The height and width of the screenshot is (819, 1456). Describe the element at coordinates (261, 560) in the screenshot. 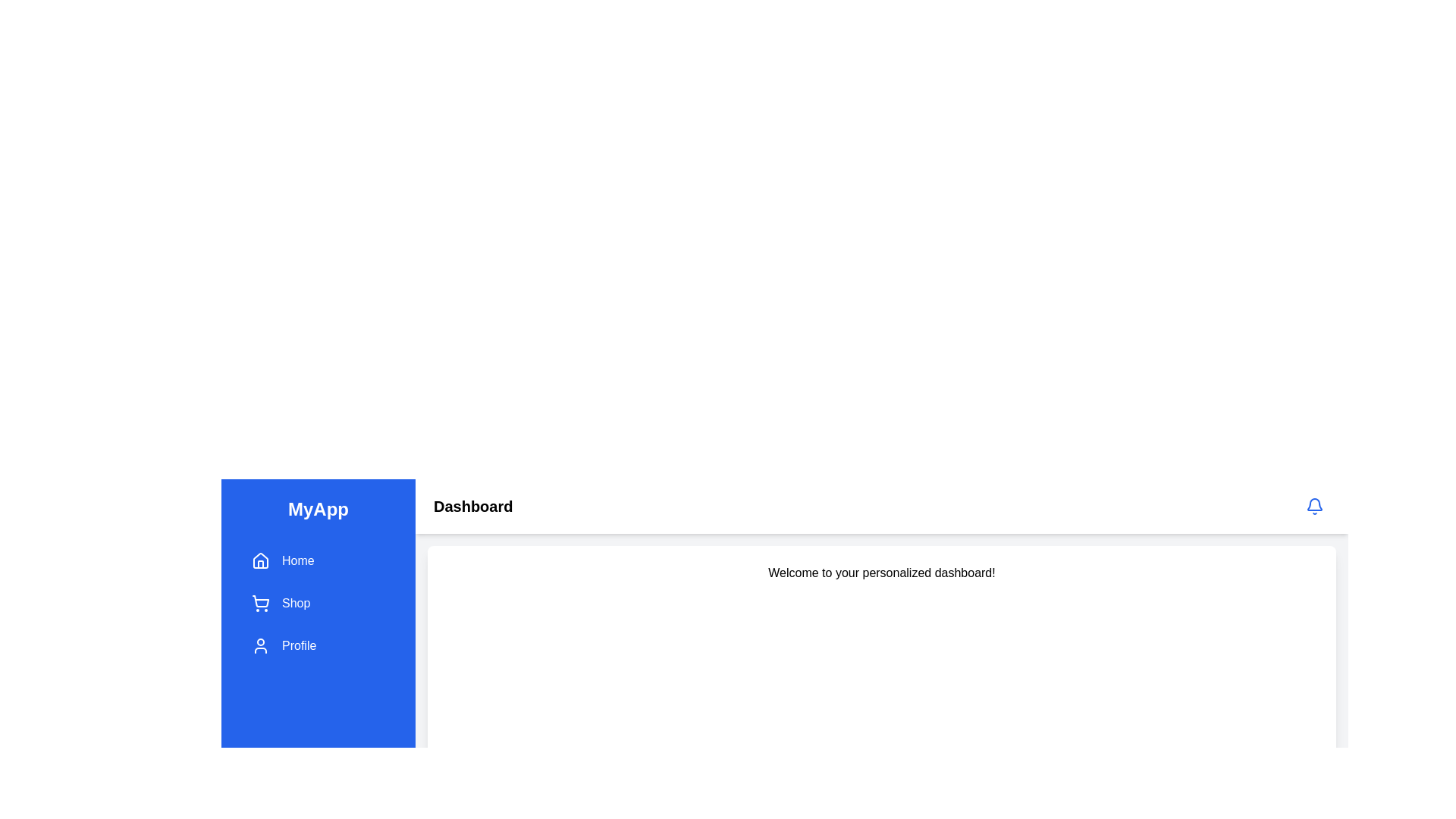

I see `the house icon located in the top section of the vertical blue navigation panel, which is directly to the left of the 'Home' text label` at that location.